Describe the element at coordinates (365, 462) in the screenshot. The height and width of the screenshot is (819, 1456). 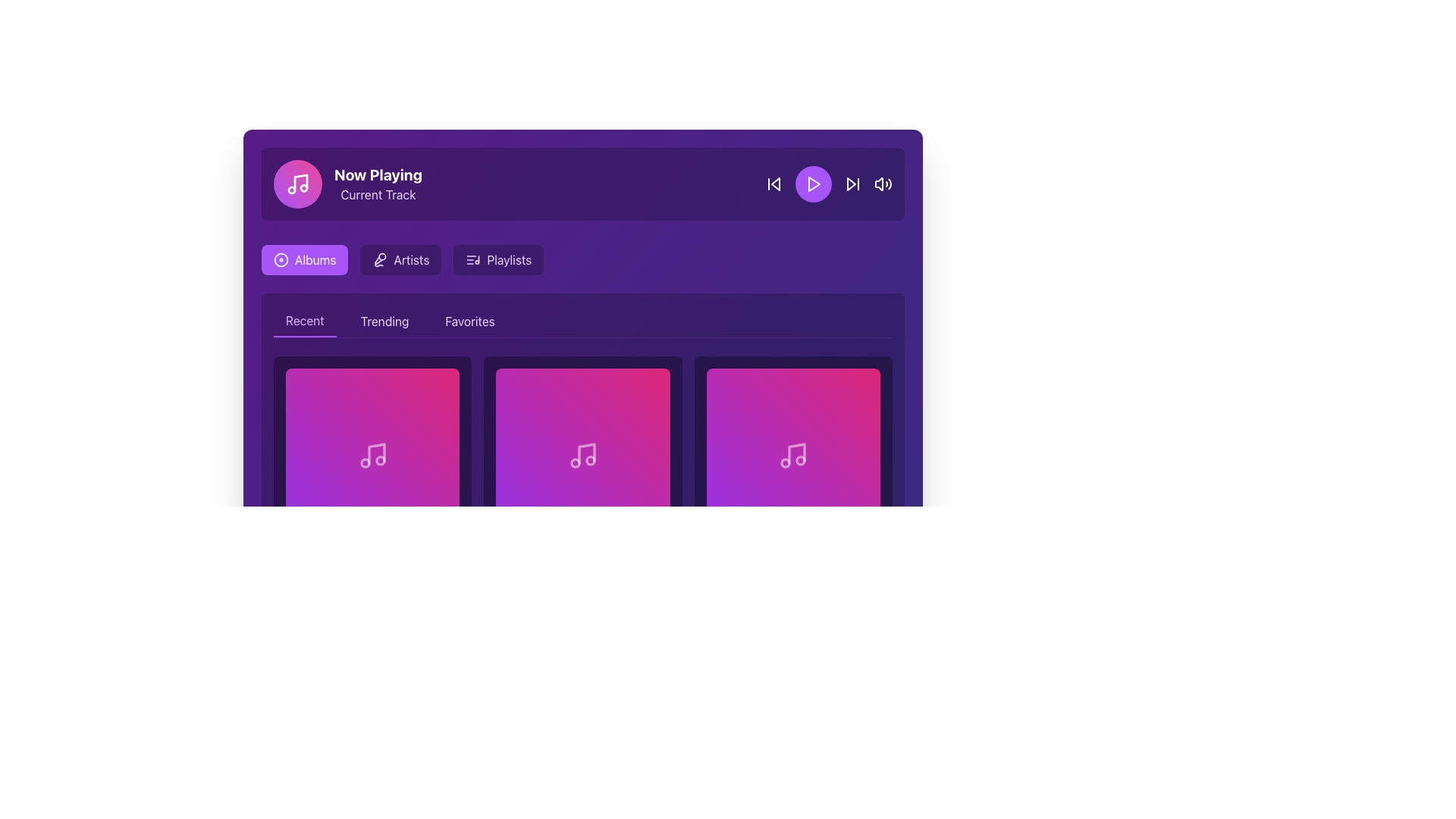
I see `left-most circle of the musical note icon, which is a decorative SVG component contributing to the visual design` at that location.